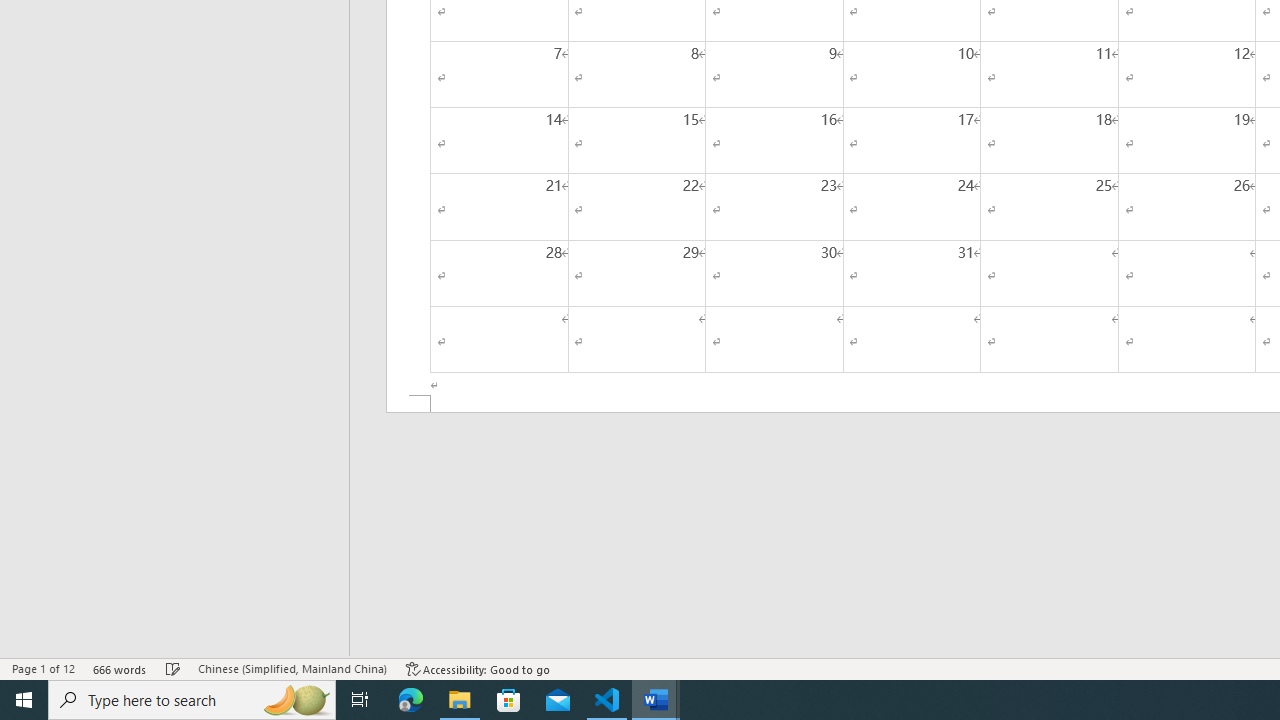 The height and width of the screenshot is (720, 1280). What do you see at coordinates (119, 669) in the screenshot?
I see `'Word Count 666 words'` at bounding box center [119, 669].